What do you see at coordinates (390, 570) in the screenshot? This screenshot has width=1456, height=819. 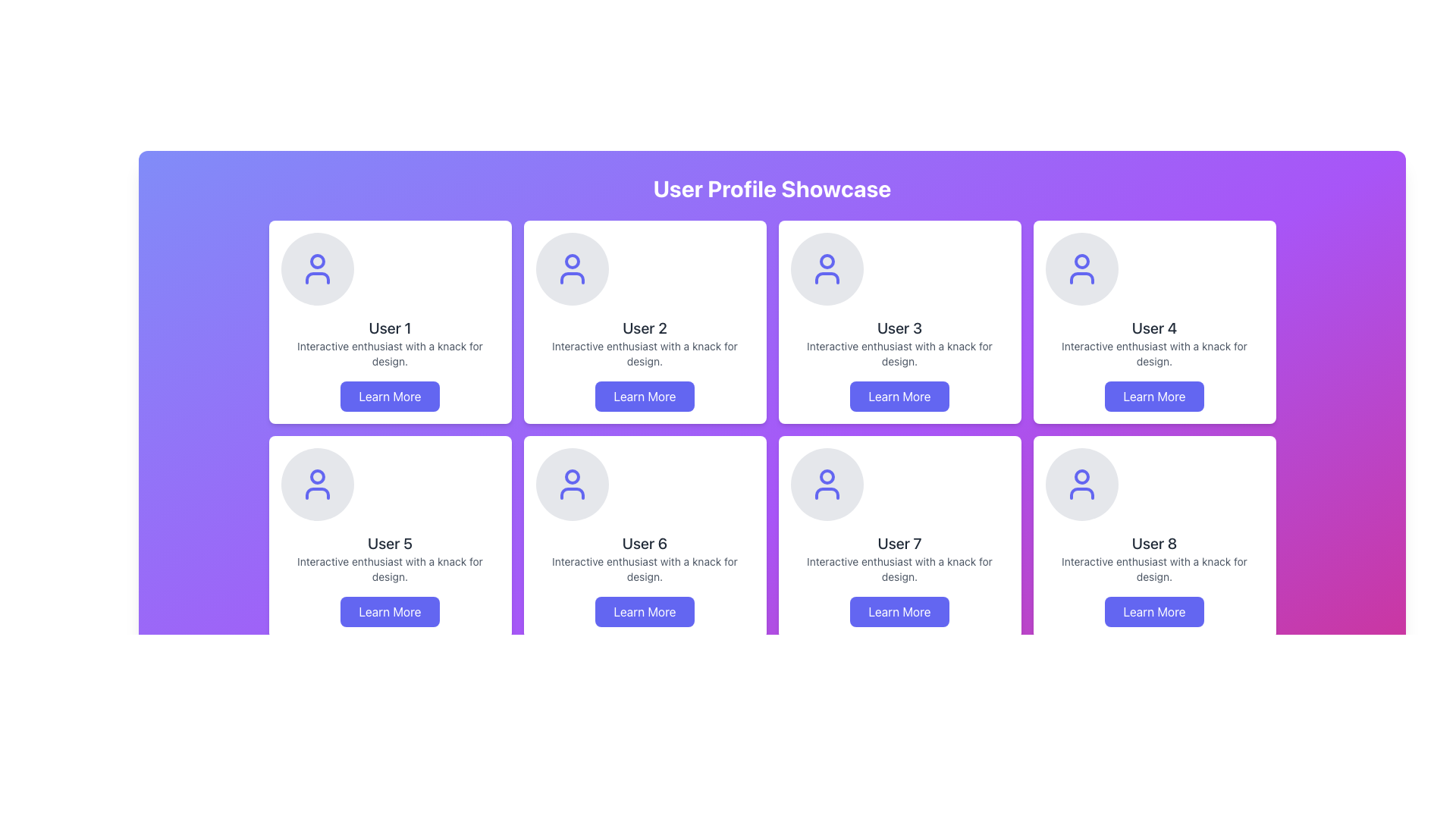 I see `the text block displaying 'Interactive enthusiast with a knack for design.' located below the user's name and above the 'Learn More' button in the 'User 5' card` at bounding box center [390, 570].